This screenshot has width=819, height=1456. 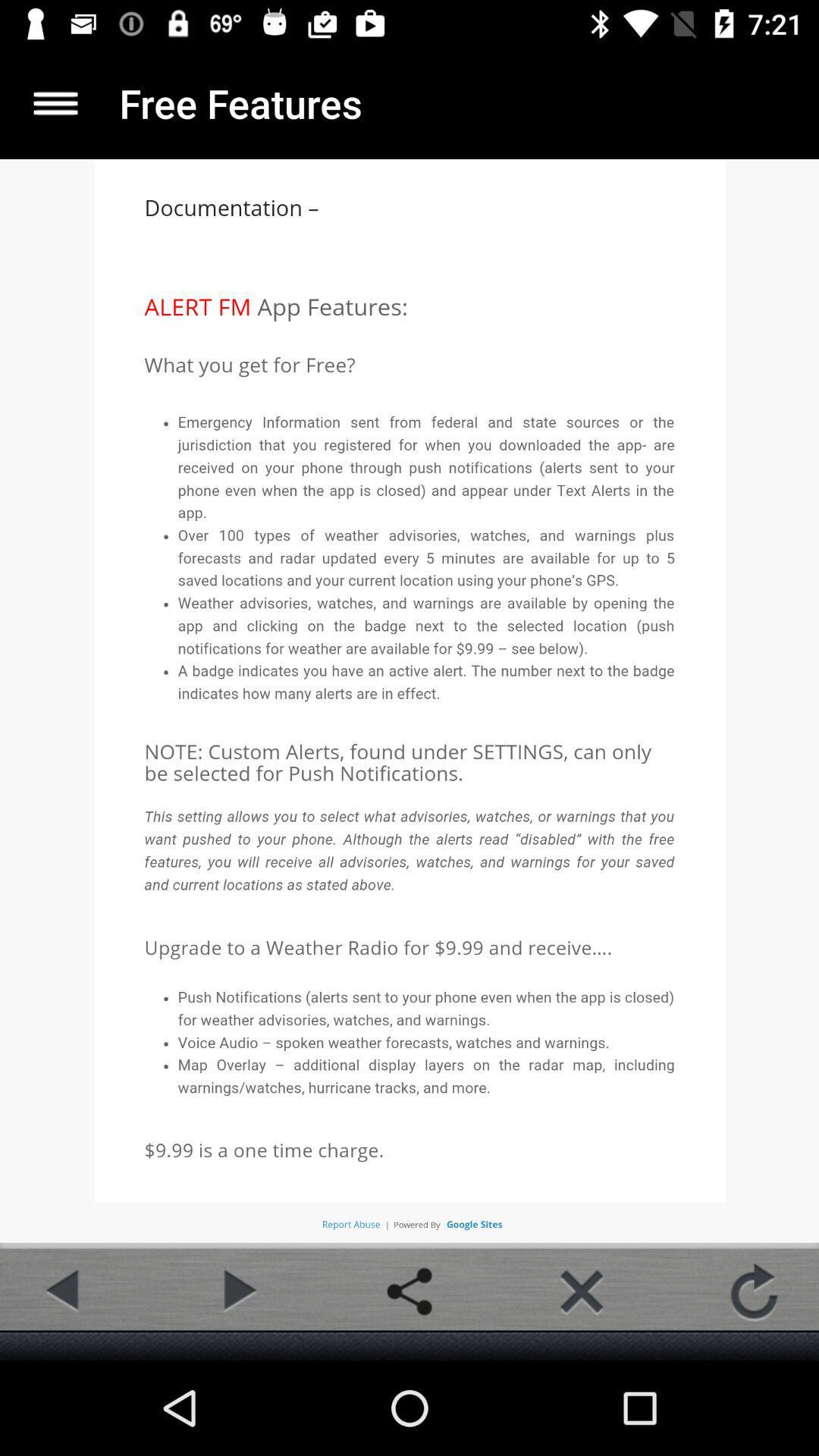 What do you see at coordinates (64, 1291) in the screenshot?
I see `the arrow_backward icon` at bounding box center [64, 1291].